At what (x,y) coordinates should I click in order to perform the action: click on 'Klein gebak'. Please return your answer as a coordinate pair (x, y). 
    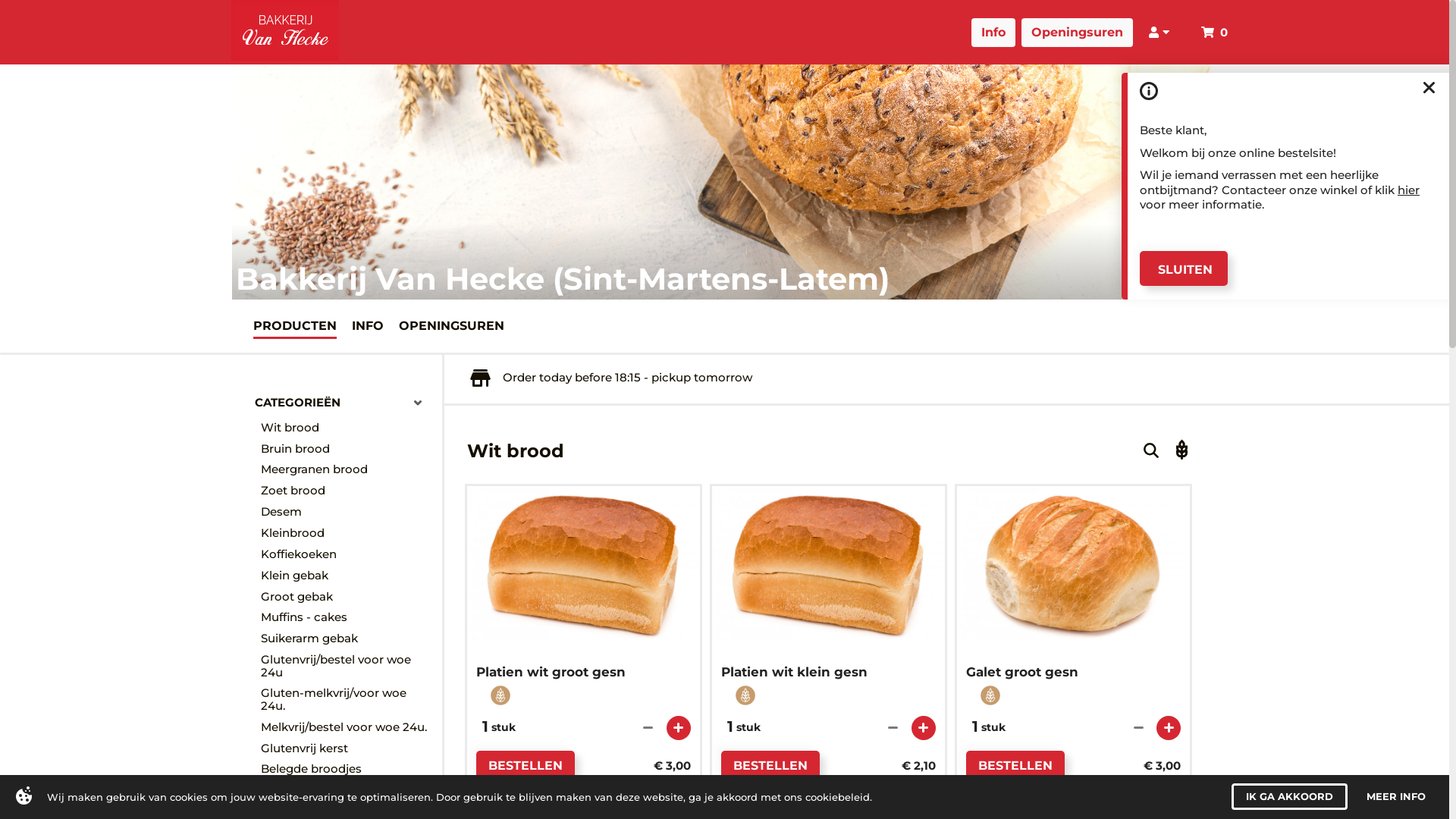
    Looking at the image, I should click on (346, 576).